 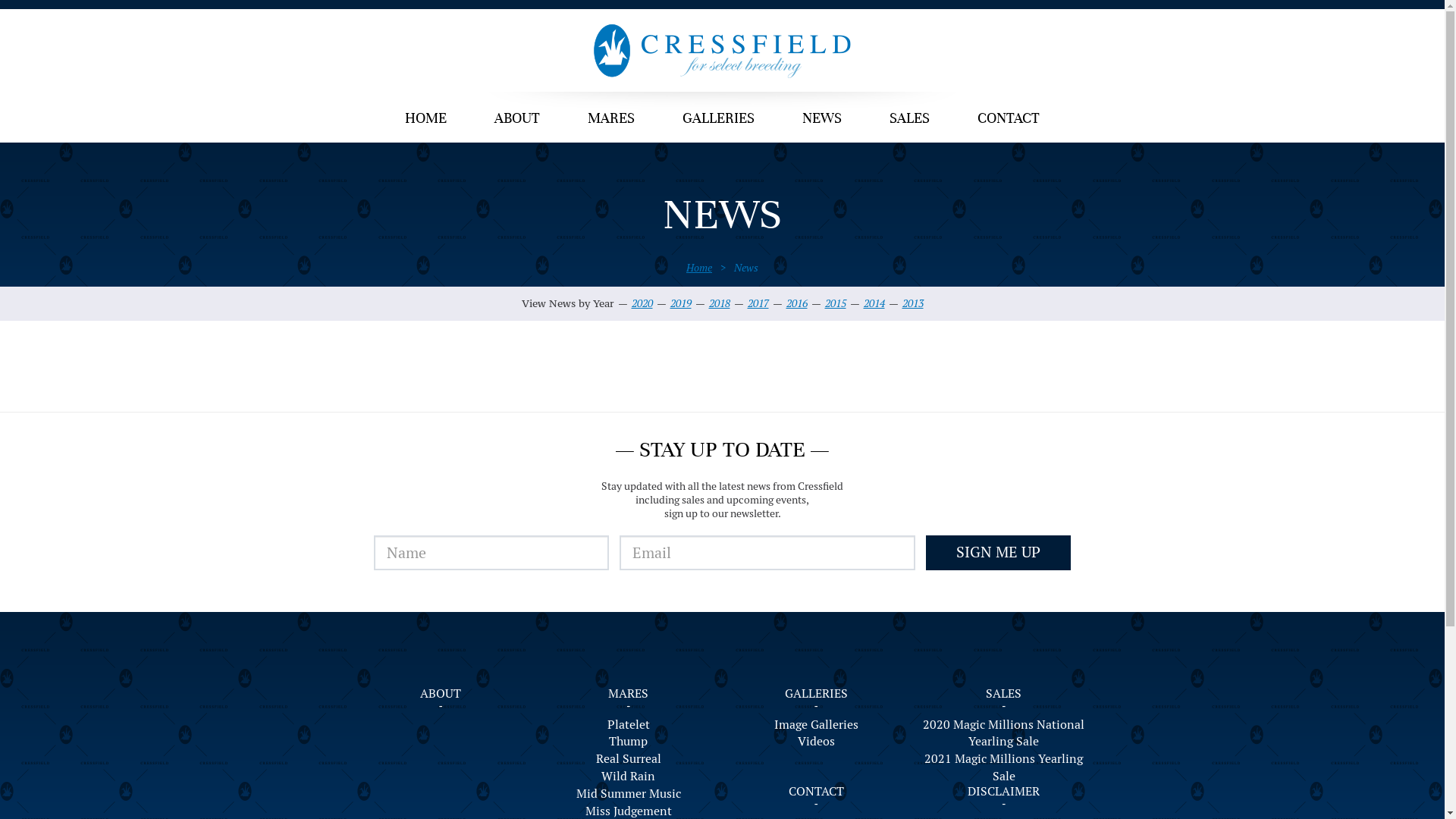 I want to click on '2020', so click(x=641, y=303).